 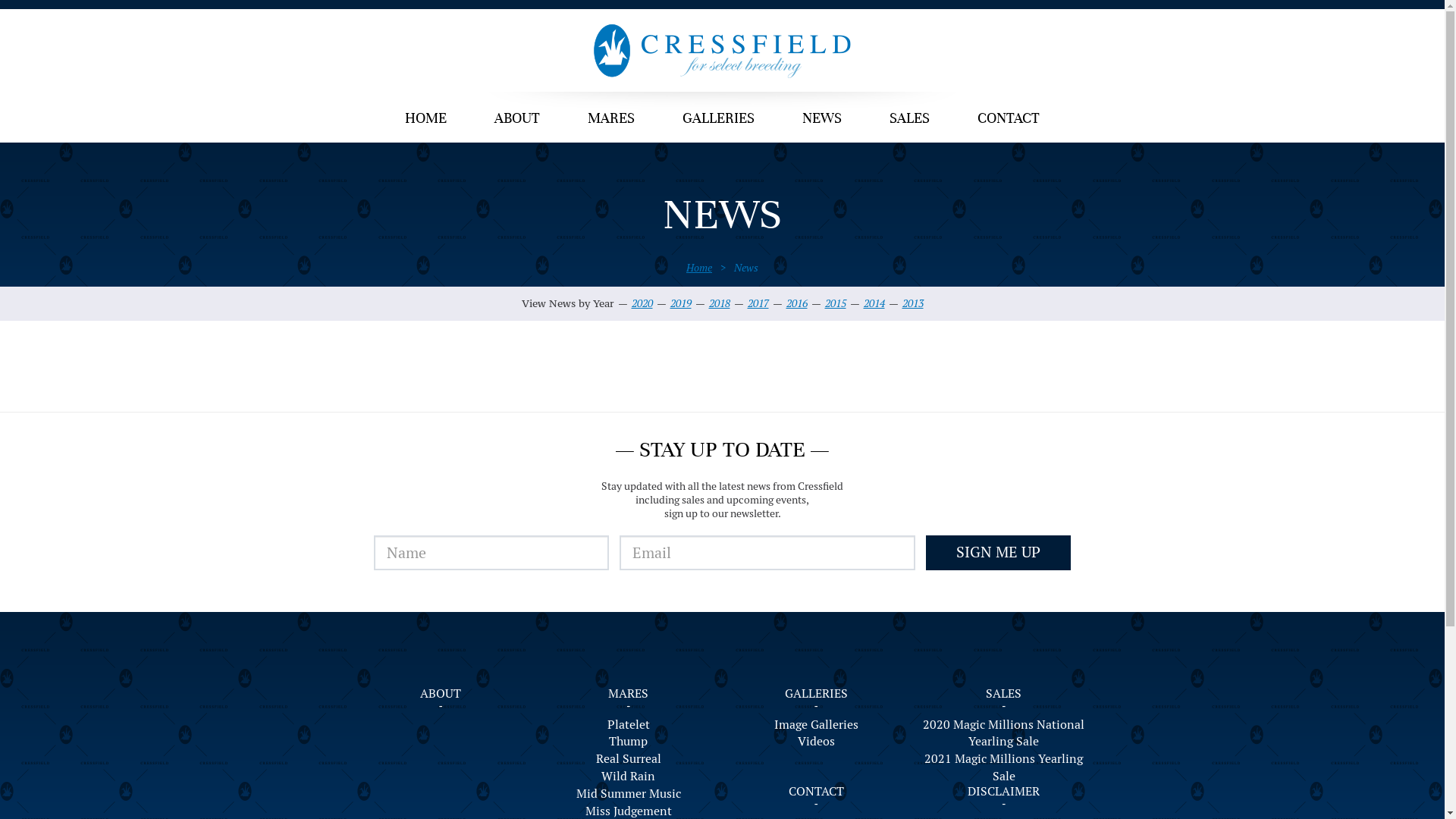 I want to click on '2020', so click(x=641, y=303).